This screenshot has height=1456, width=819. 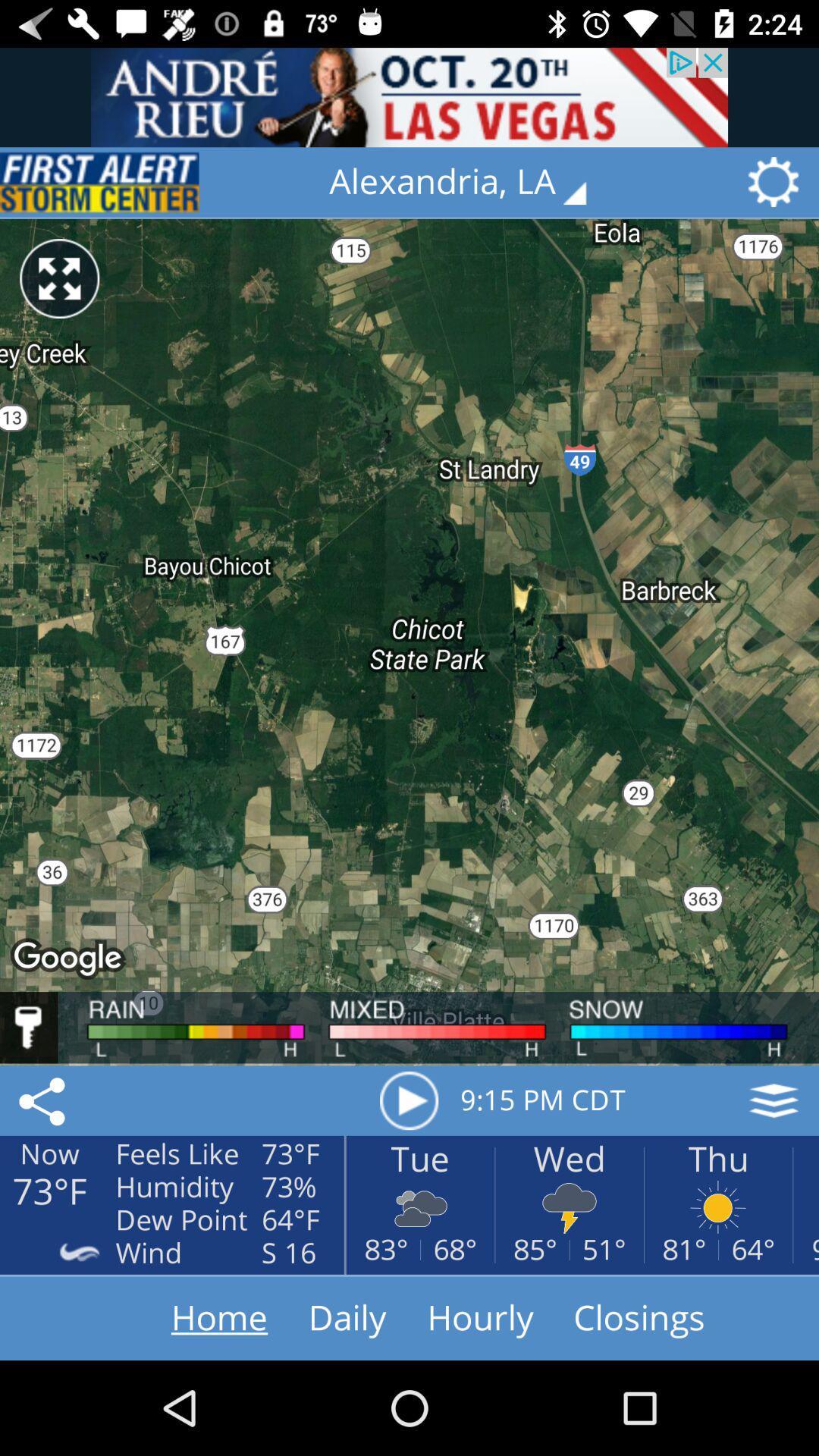 What do you see at coordinates (420, 1206) in the screenshot?
I see `clouds icon below the text tue at the bottom` at bounding box center [420, 1206].